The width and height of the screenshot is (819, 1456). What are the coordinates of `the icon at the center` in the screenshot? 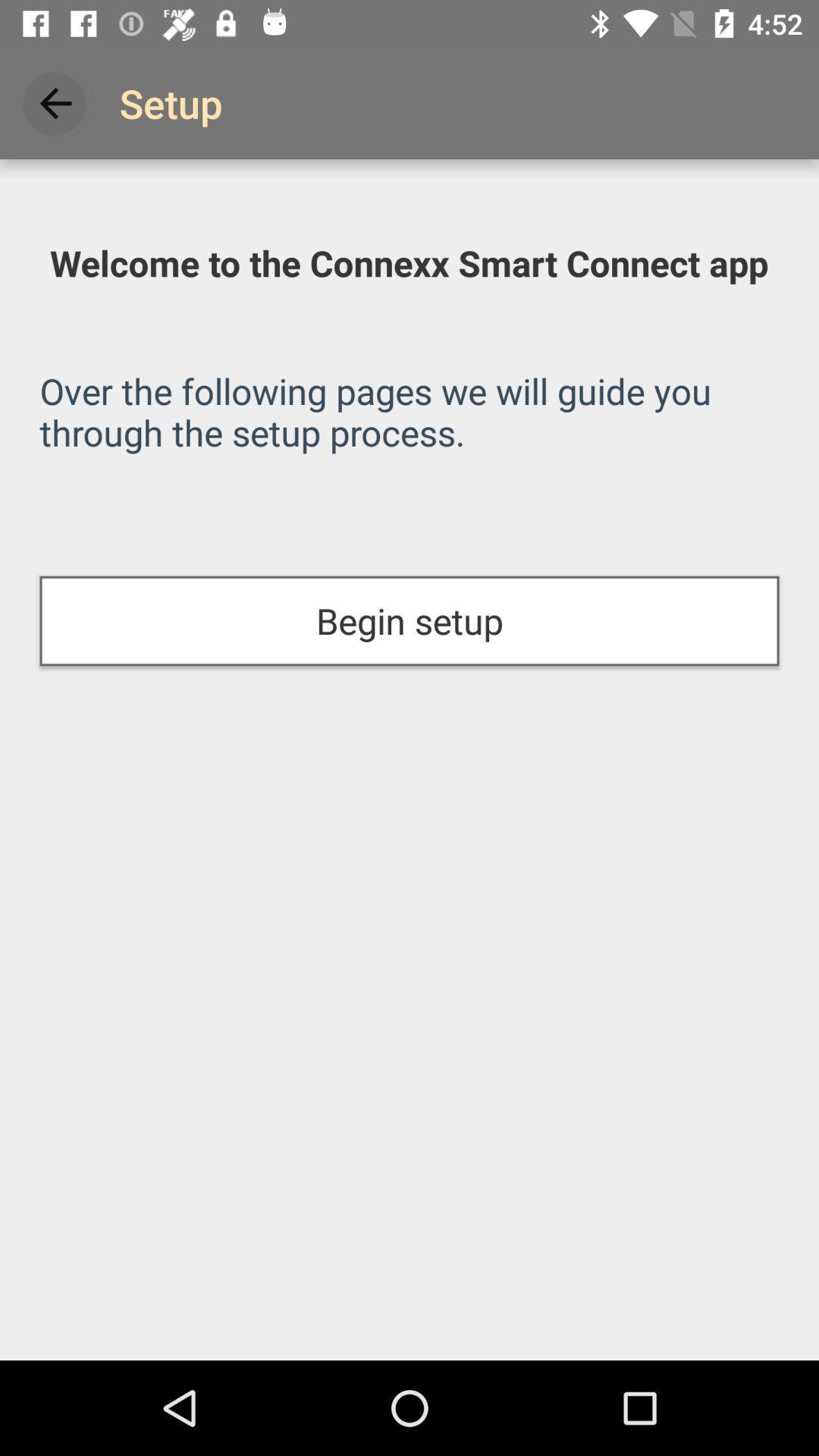 It's located at (409, 621).